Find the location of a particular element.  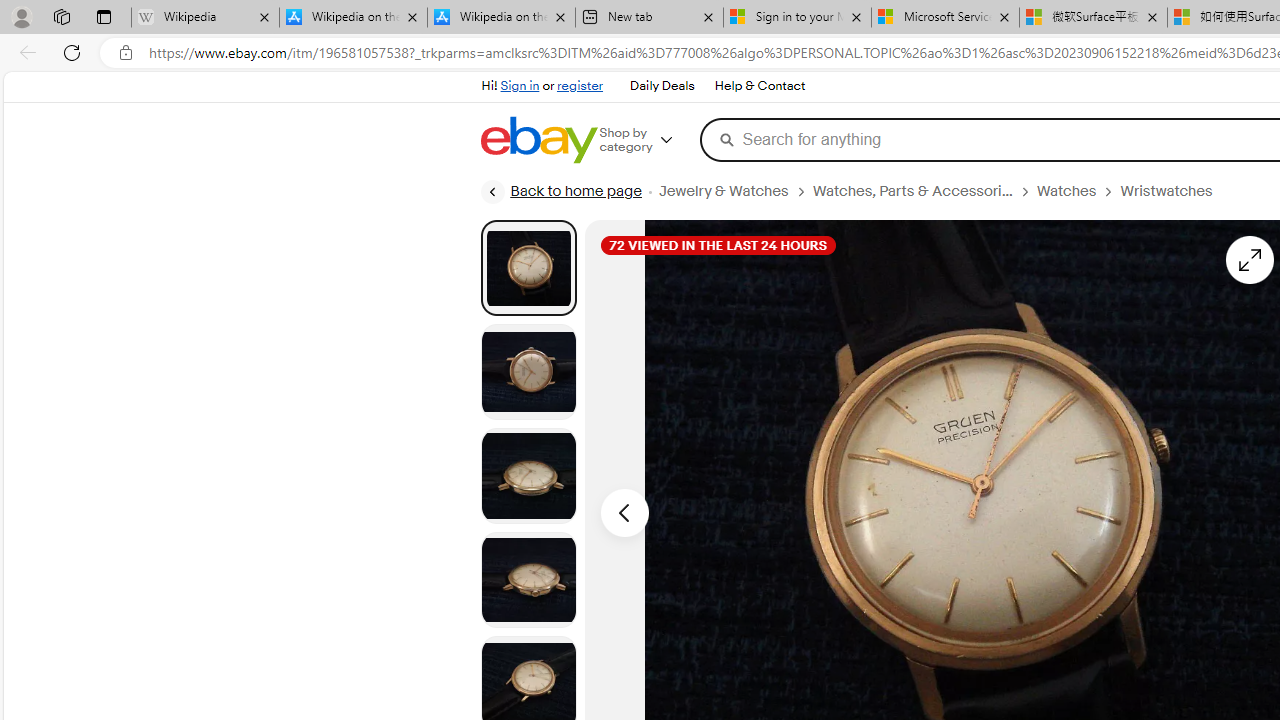

'Picture 2 of 8' is located at coordinates (528, 371).